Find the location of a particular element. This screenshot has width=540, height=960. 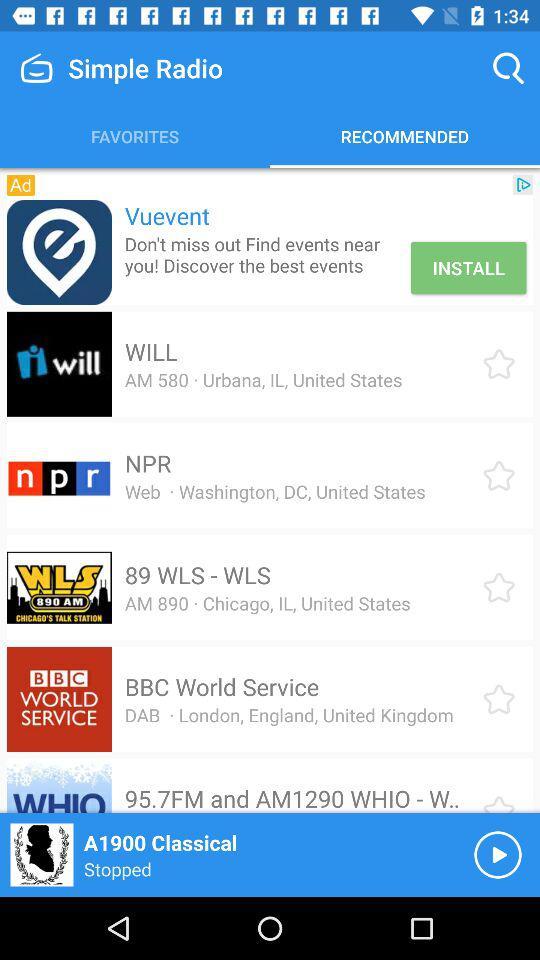

advertisement icon is located at coordinates (59, 251).